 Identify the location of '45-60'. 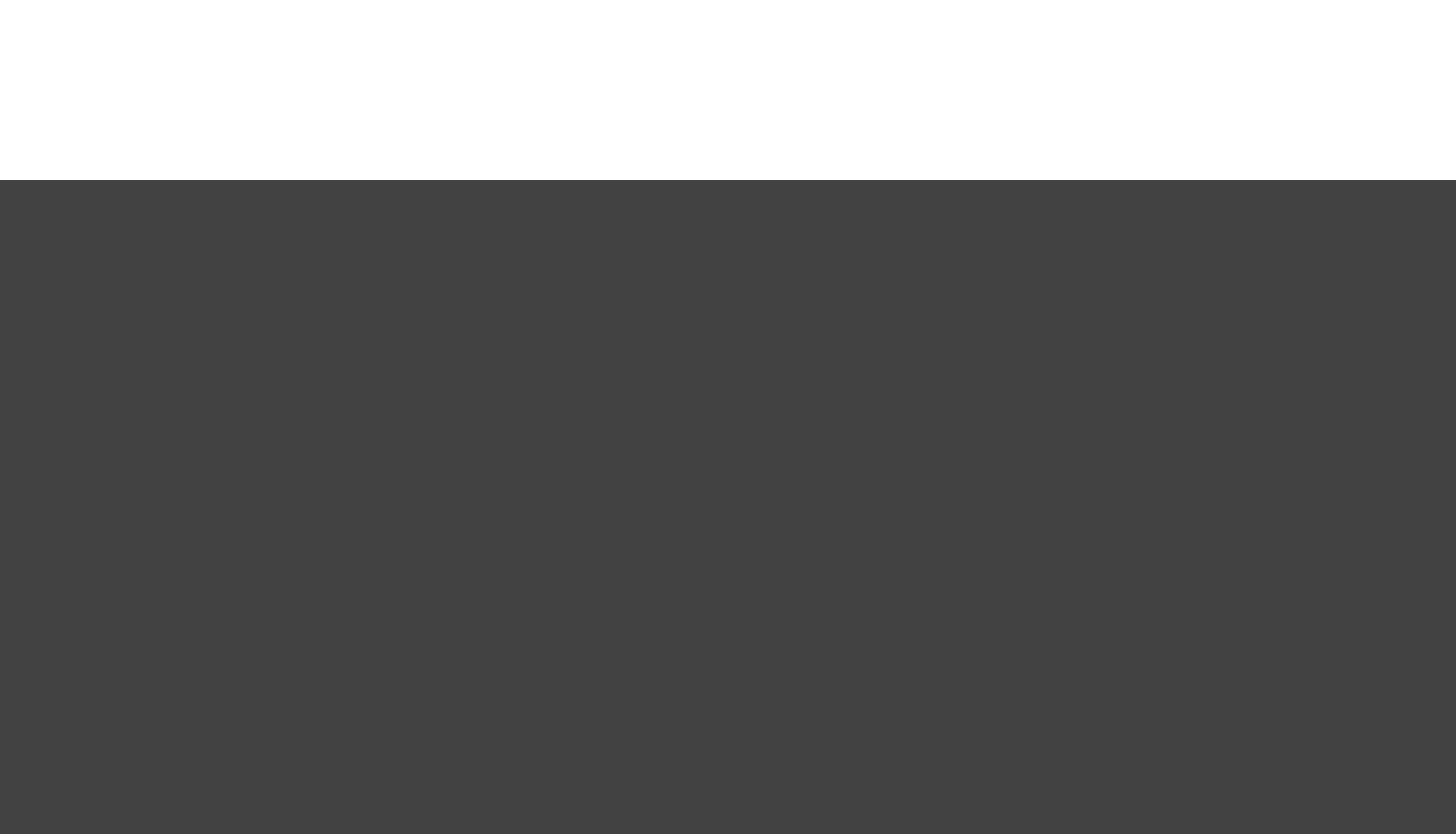
(1031, 595).